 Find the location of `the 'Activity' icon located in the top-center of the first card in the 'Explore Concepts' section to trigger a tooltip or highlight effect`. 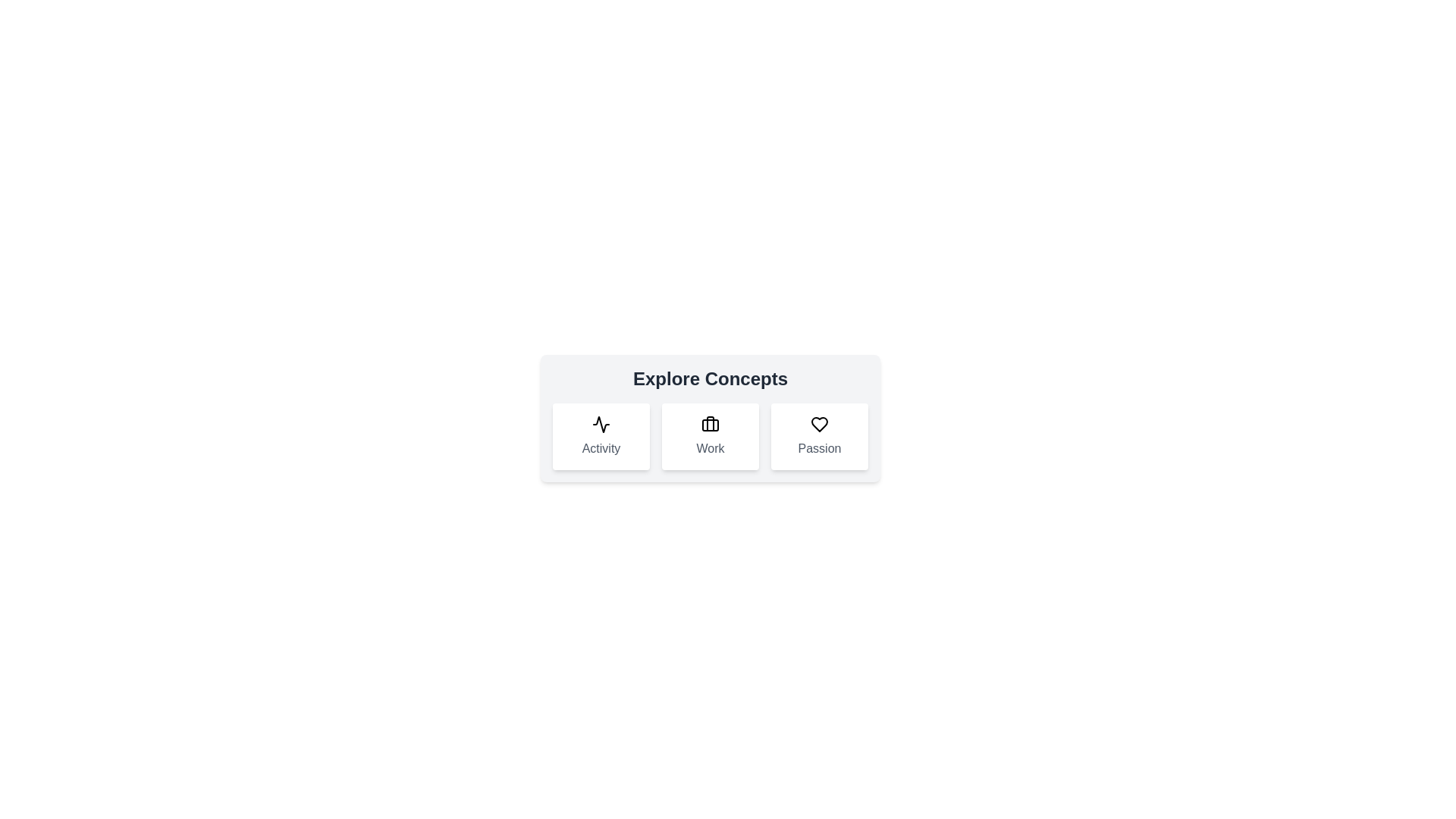

the 'Activity' icon located in the top-center of the first card in the 'Explore Concepts' section to trigger a tooltip or highlight effect is located at coordinates (600, 424).